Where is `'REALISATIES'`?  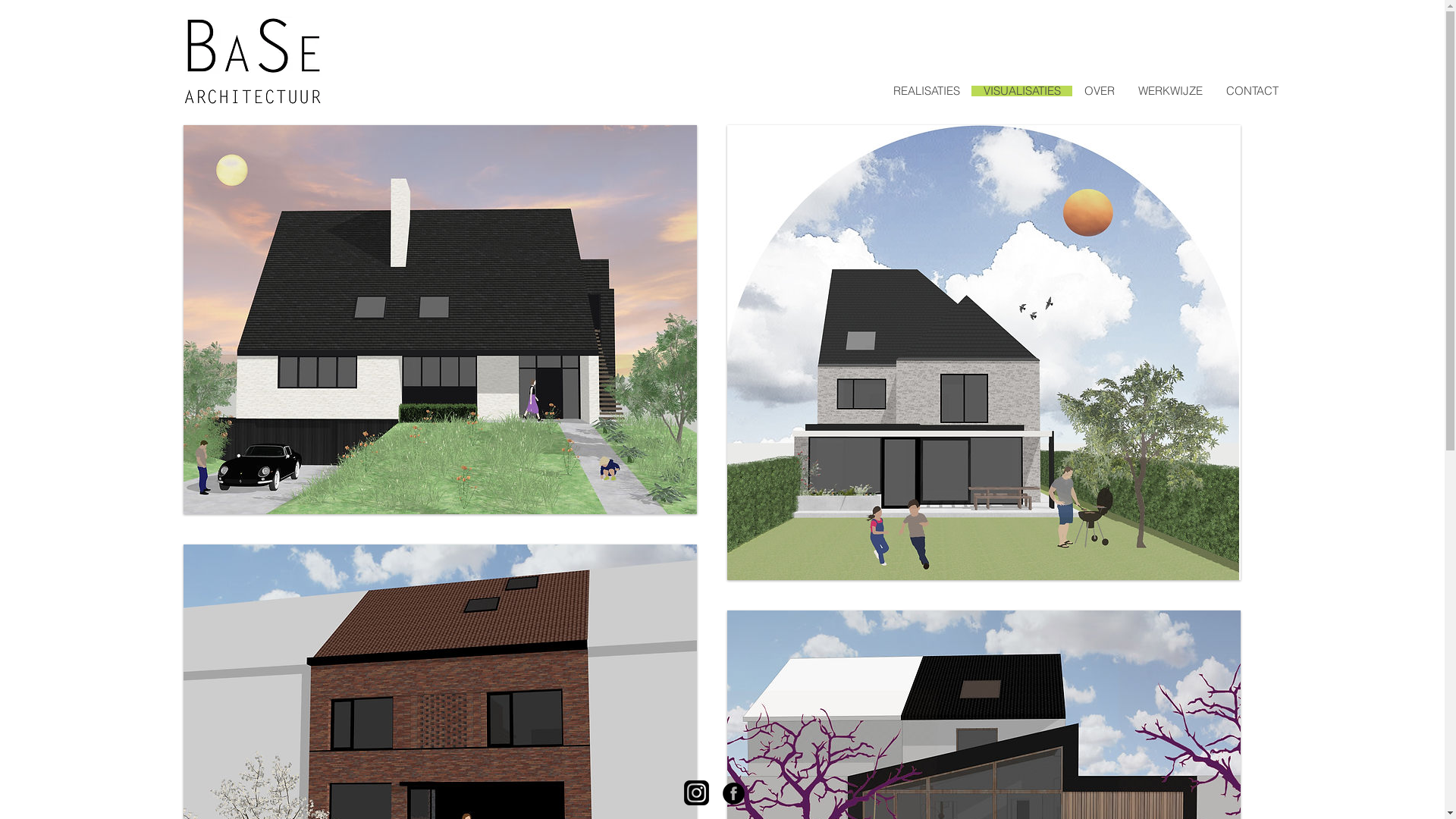 'REALISATIES' is located at coordinates (880, 90).